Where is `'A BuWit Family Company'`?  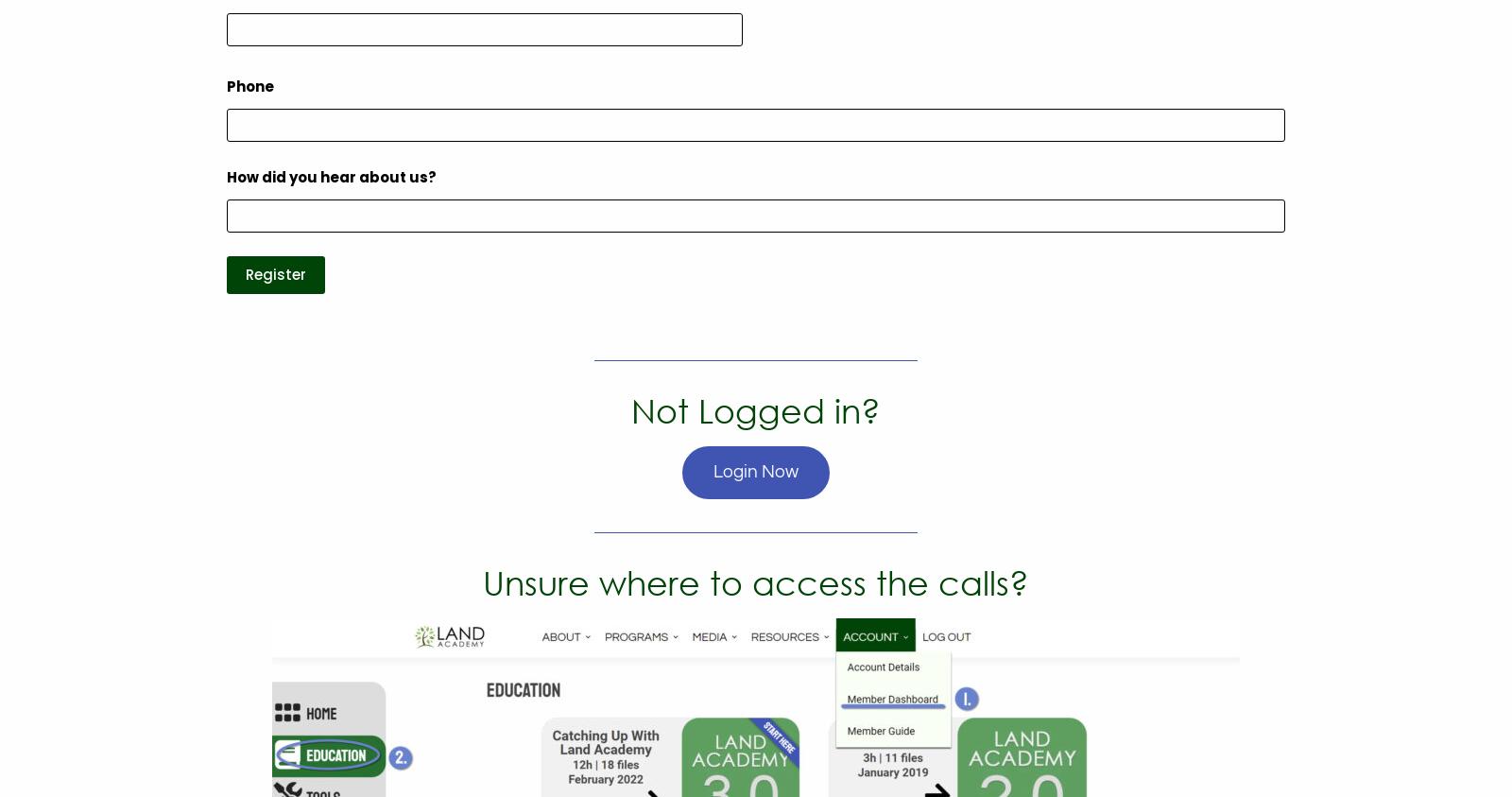 'A BuWit Family Company' is located at coordinates (919, 273).